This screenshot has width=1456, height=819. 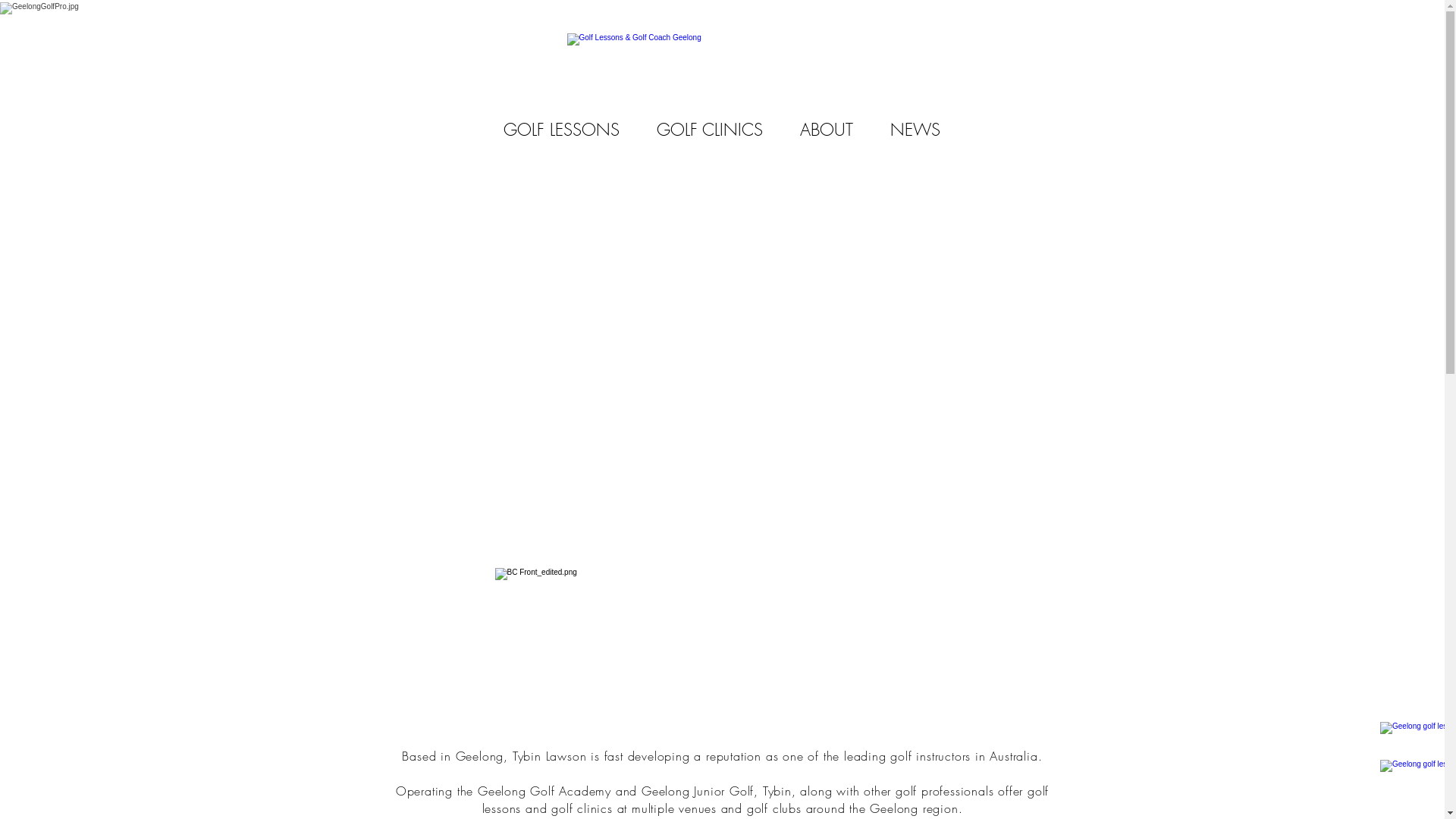 I want to click on 'NEWS', so click(x=915, y=129).